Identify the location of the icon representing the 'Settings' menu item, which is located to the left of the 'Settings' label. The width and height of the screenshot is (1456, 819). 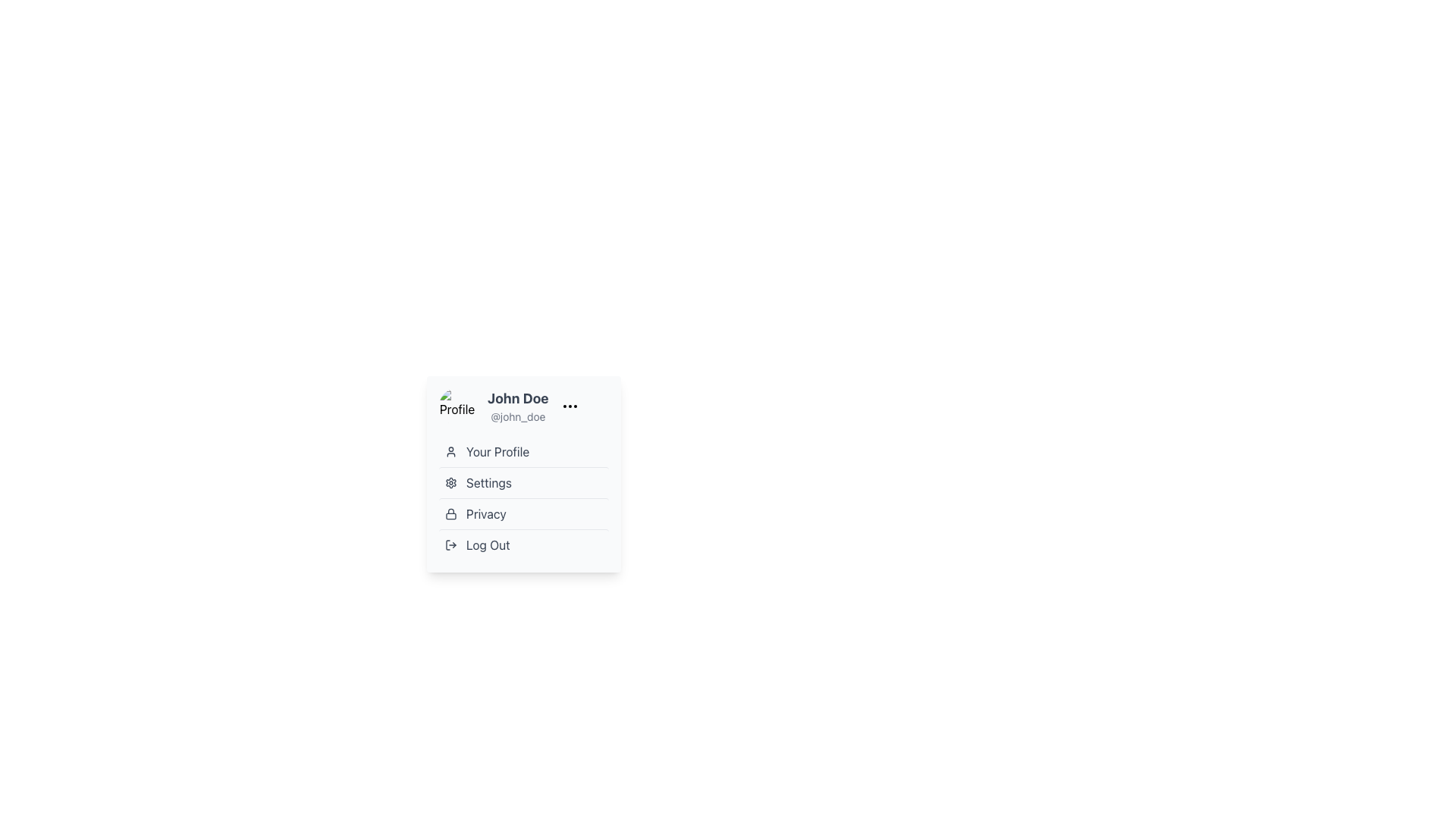
(450, 482).